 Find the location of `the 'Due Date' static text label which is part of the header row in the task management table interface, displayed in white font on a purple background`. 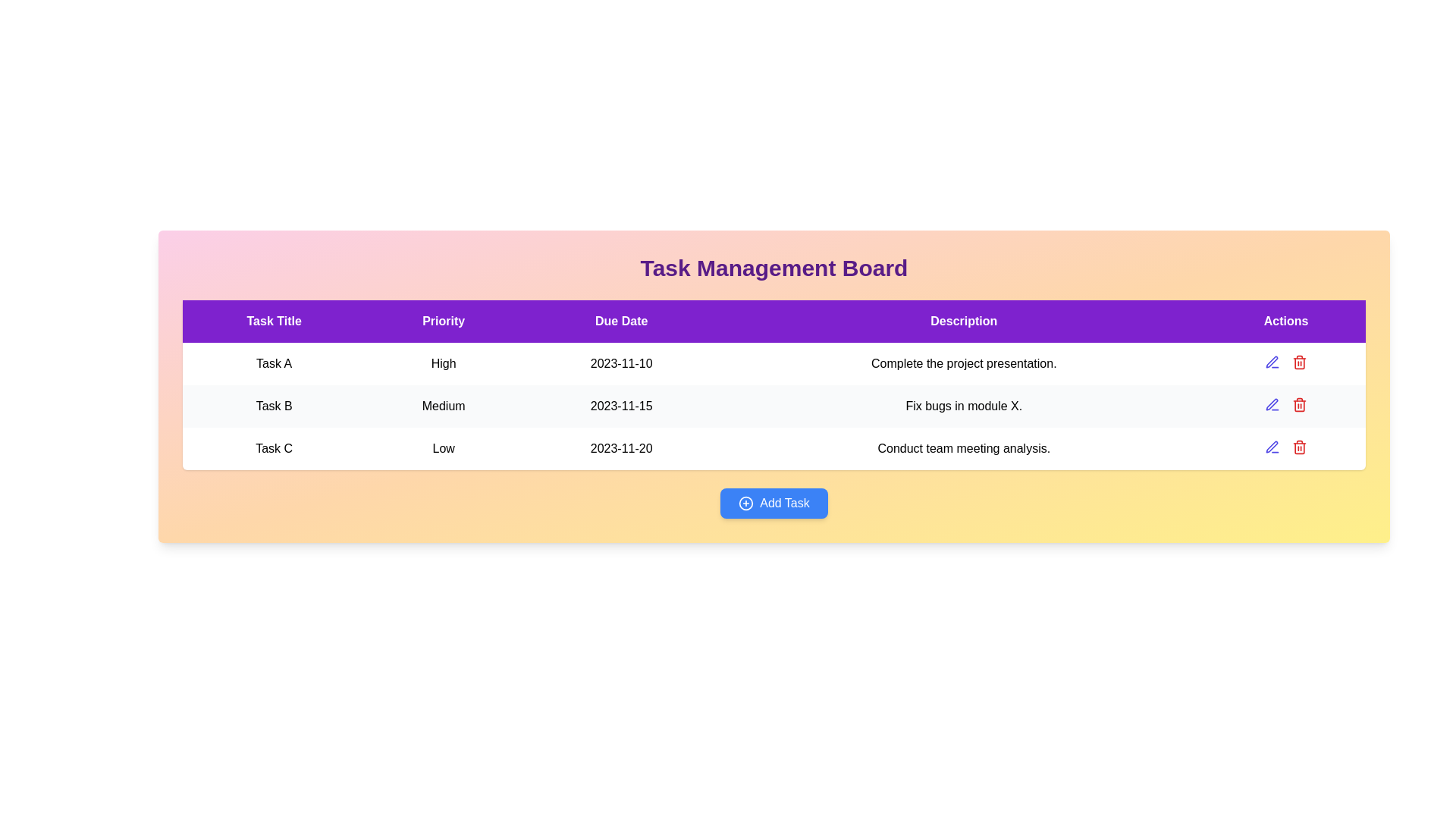

the 'Due Date' static text label which is part of the header row in the task management table interface, displayed in white font on a purple background is located at coordinates (621, 321).